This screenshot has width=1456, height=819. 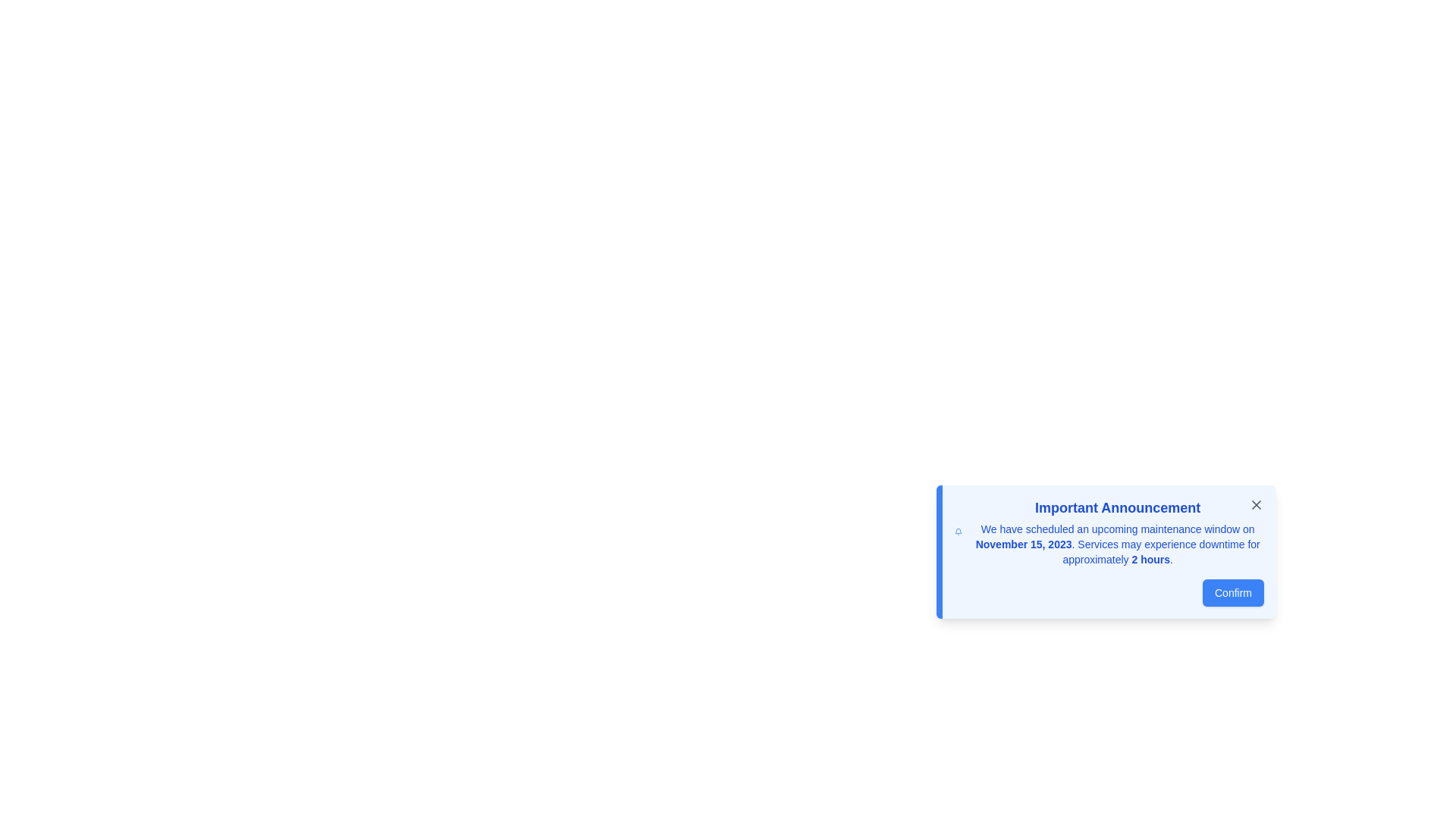 I want to click on the close button located in the top-right corner of the modal, so click(x=1256, y=505).